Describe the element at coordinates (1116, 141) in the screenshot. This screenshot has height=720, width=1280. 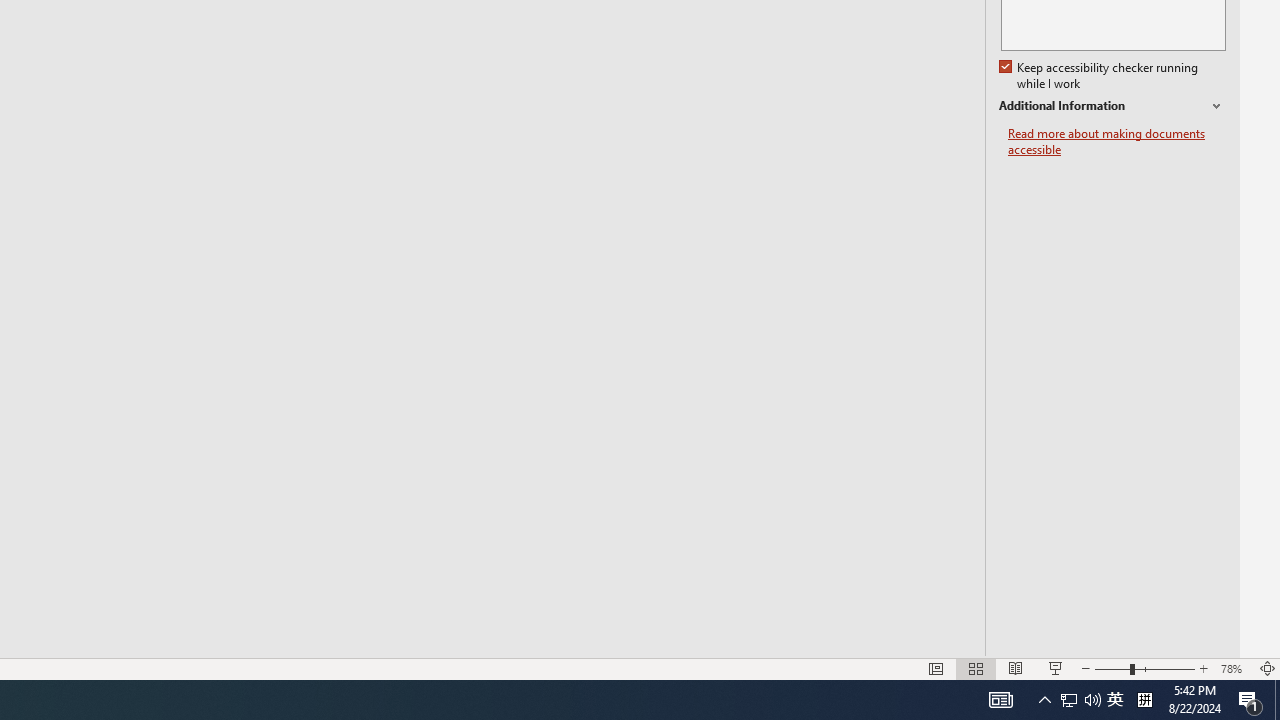
I see `'Read more about making documents accessible'` at that location.